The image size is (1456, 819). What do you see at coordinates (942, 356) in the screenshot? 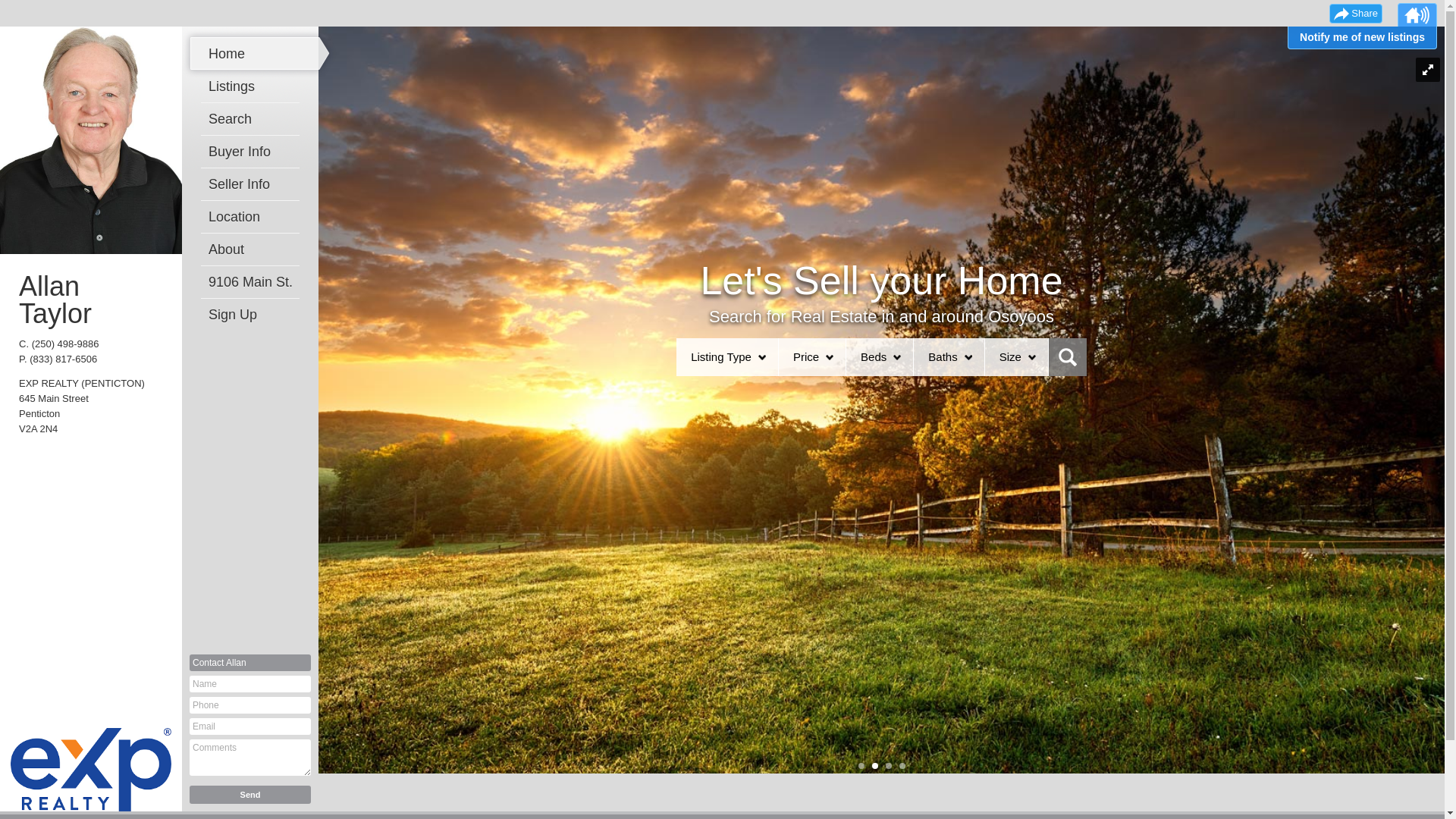
I see `'Baths'` at bounding box center [942, 356].